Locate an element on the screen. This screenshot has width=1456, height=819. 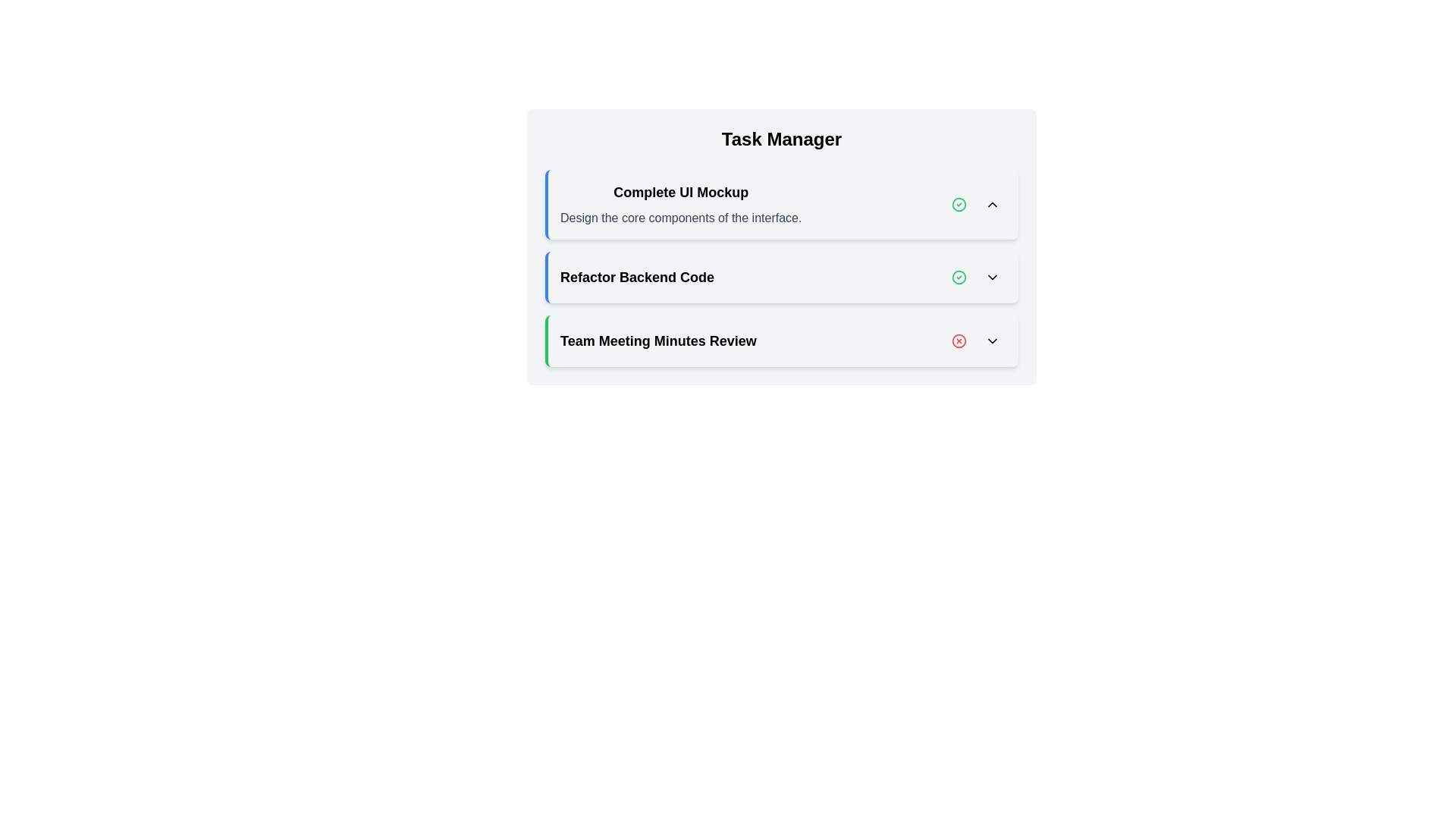
the title text at the top of the layout, which indicates the main purpose of the displayed content for task management is located at coordinates (782, 140).